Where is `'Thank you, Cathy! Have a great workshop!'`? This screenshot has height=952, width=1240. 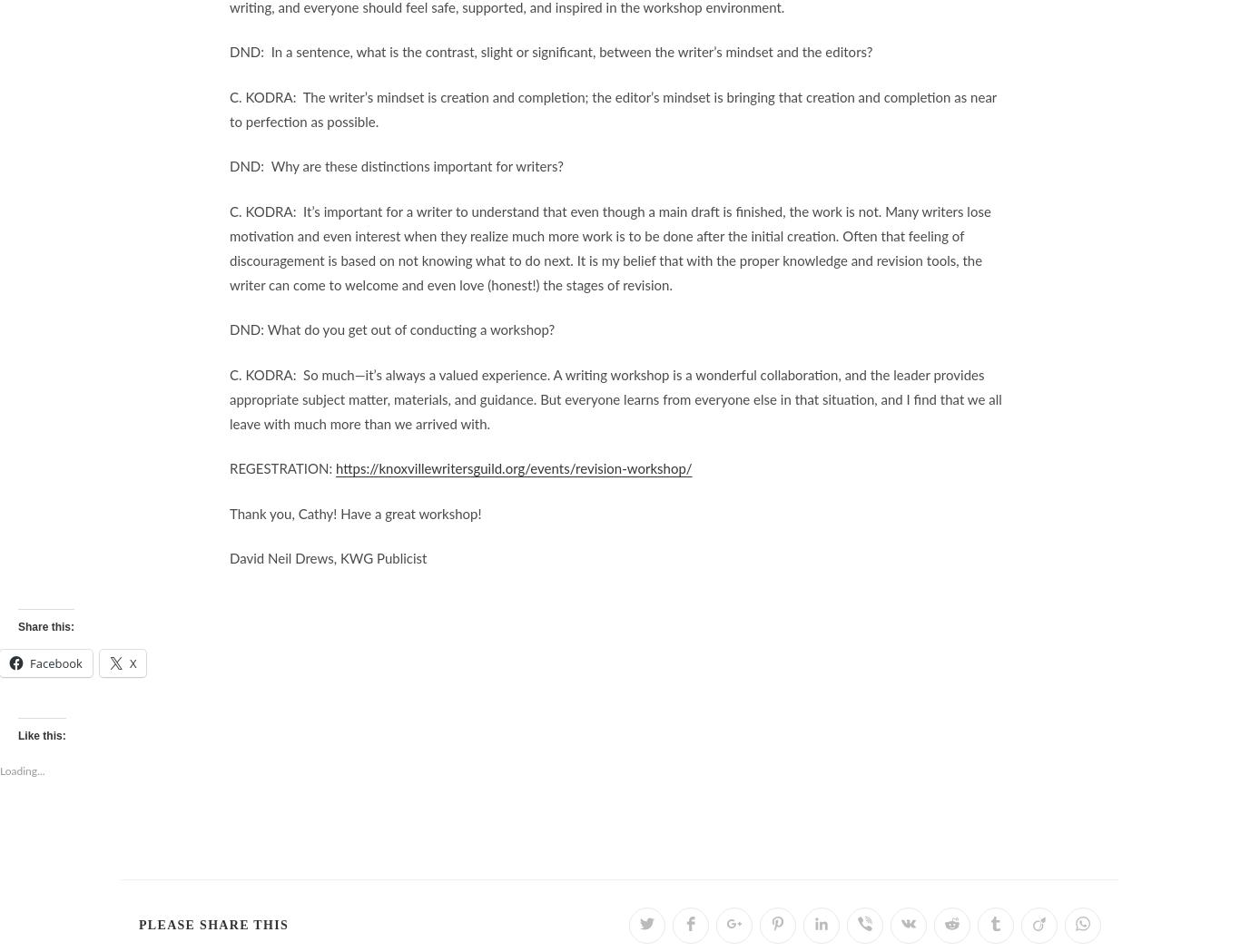
'Thank you, Cathy! Have a great workshop!' is located at coordinates (354, 513).